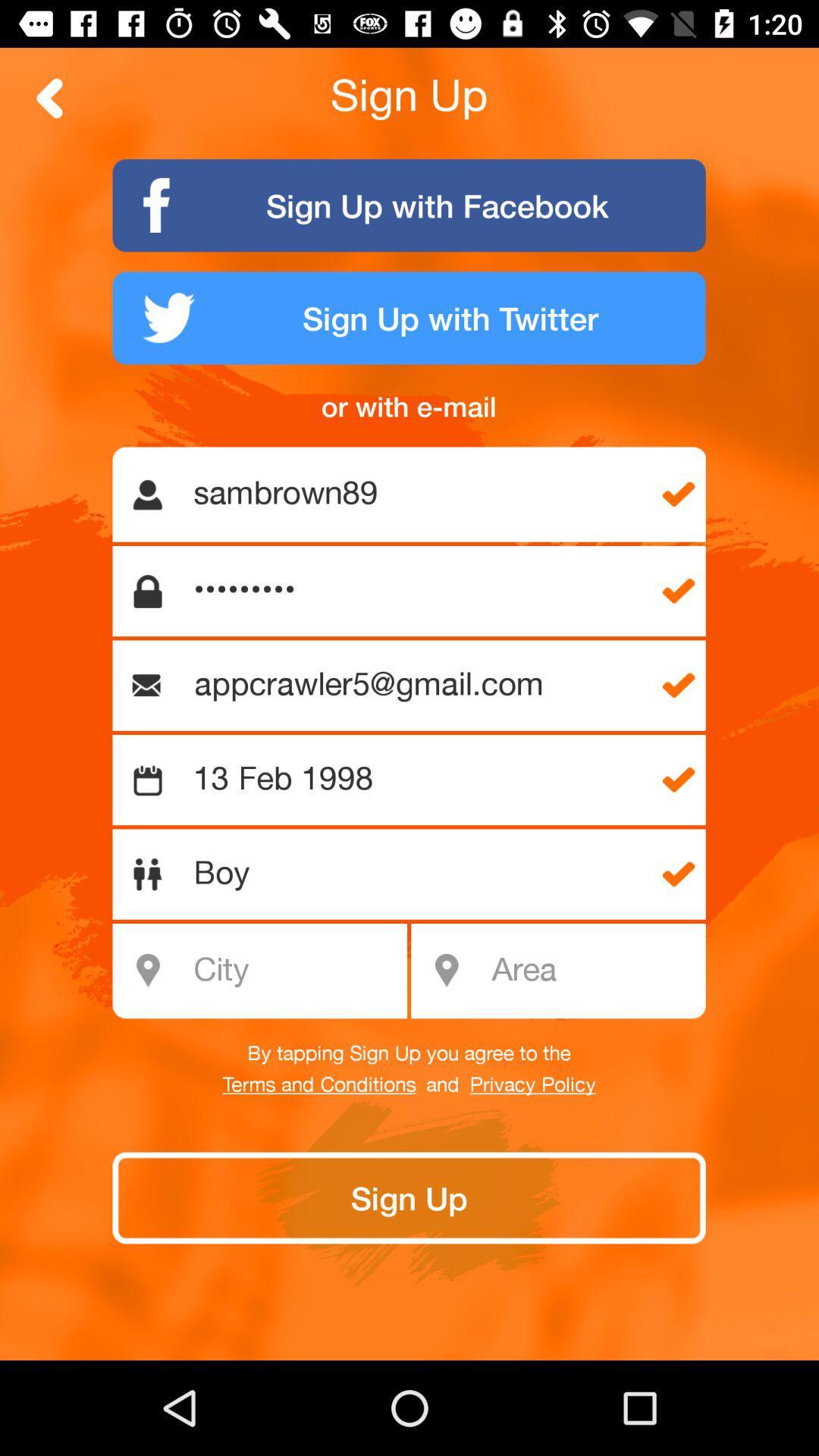  Describe the element at coordinates (318, 1084) in the screenshot. I see `the terms and conditions` at that location.